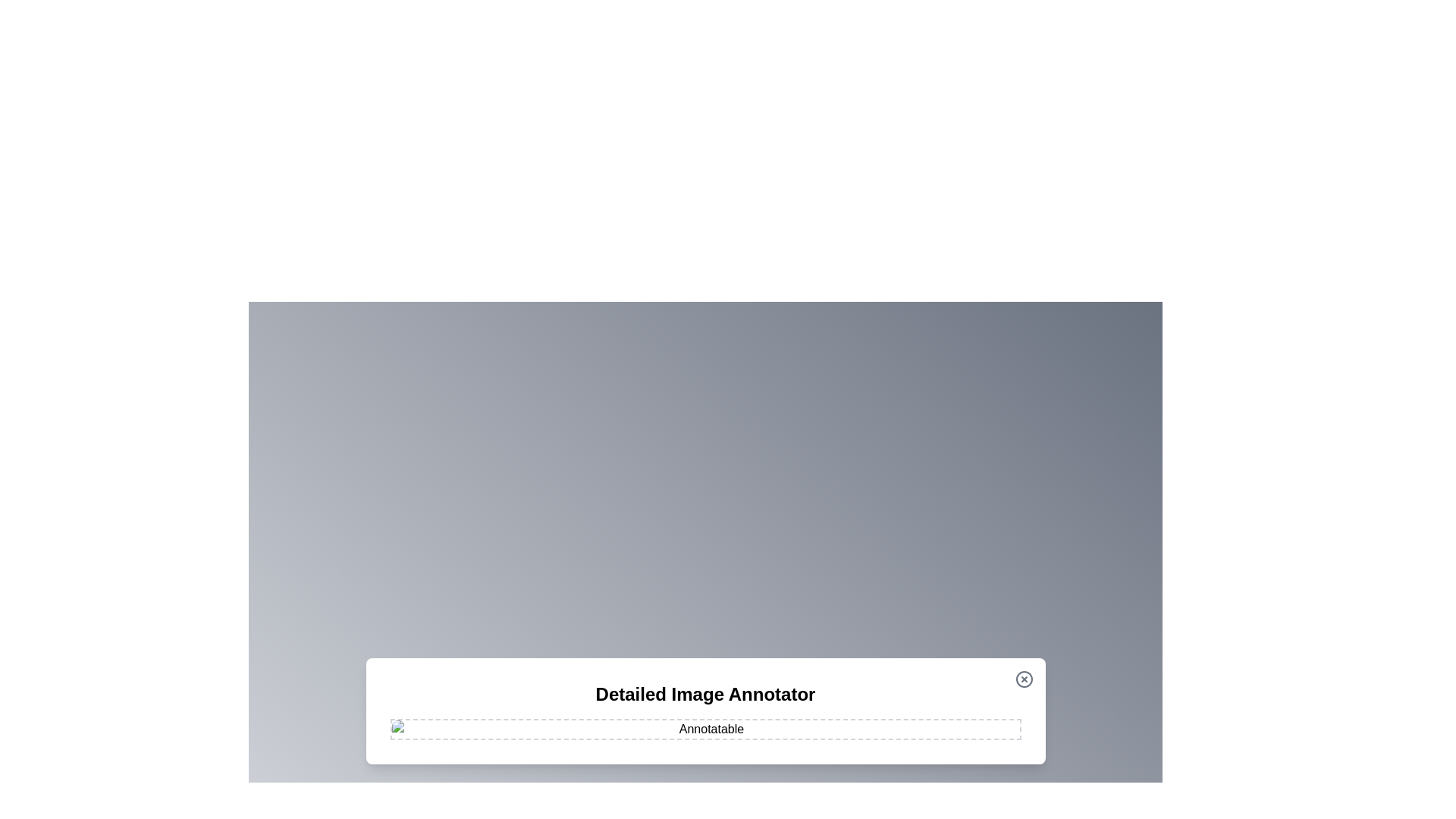  I want to click on the image at coordinates (1001, 954) to add an annotation, so click(759, 722).